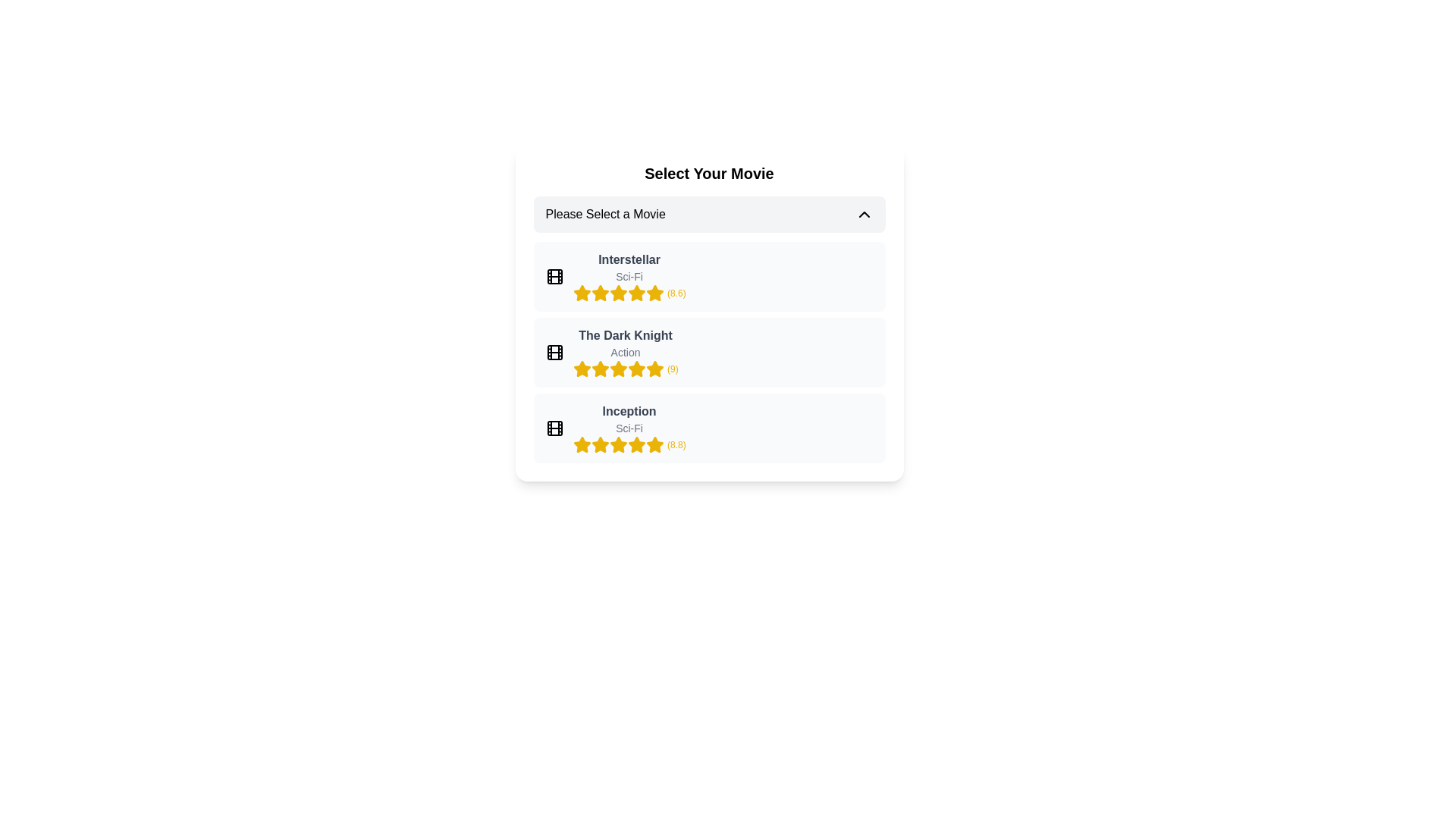 Image resolution: width=1456 pixels, height=819 pixels. Describe the element at coordinates (599, 444) in the screenshot. I see `the third star icon in the rating system for the movie 'Inception', located to the left of the text '(8.8)'` at that location.